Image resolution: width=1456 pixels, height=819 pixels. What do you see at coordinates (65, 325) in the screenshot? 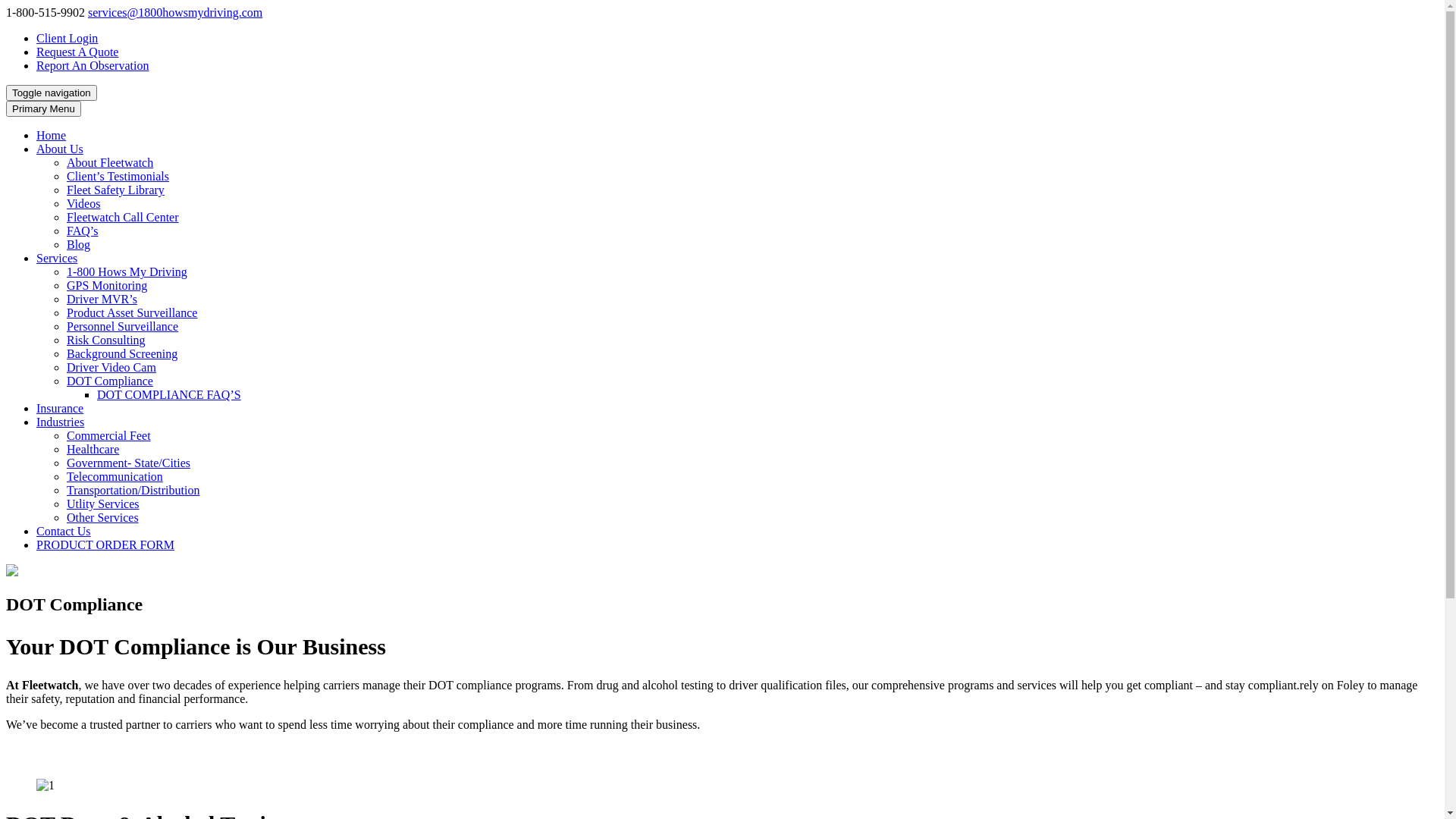
I see `'Personnel Surveillance'` at bounding box center [65, 325].